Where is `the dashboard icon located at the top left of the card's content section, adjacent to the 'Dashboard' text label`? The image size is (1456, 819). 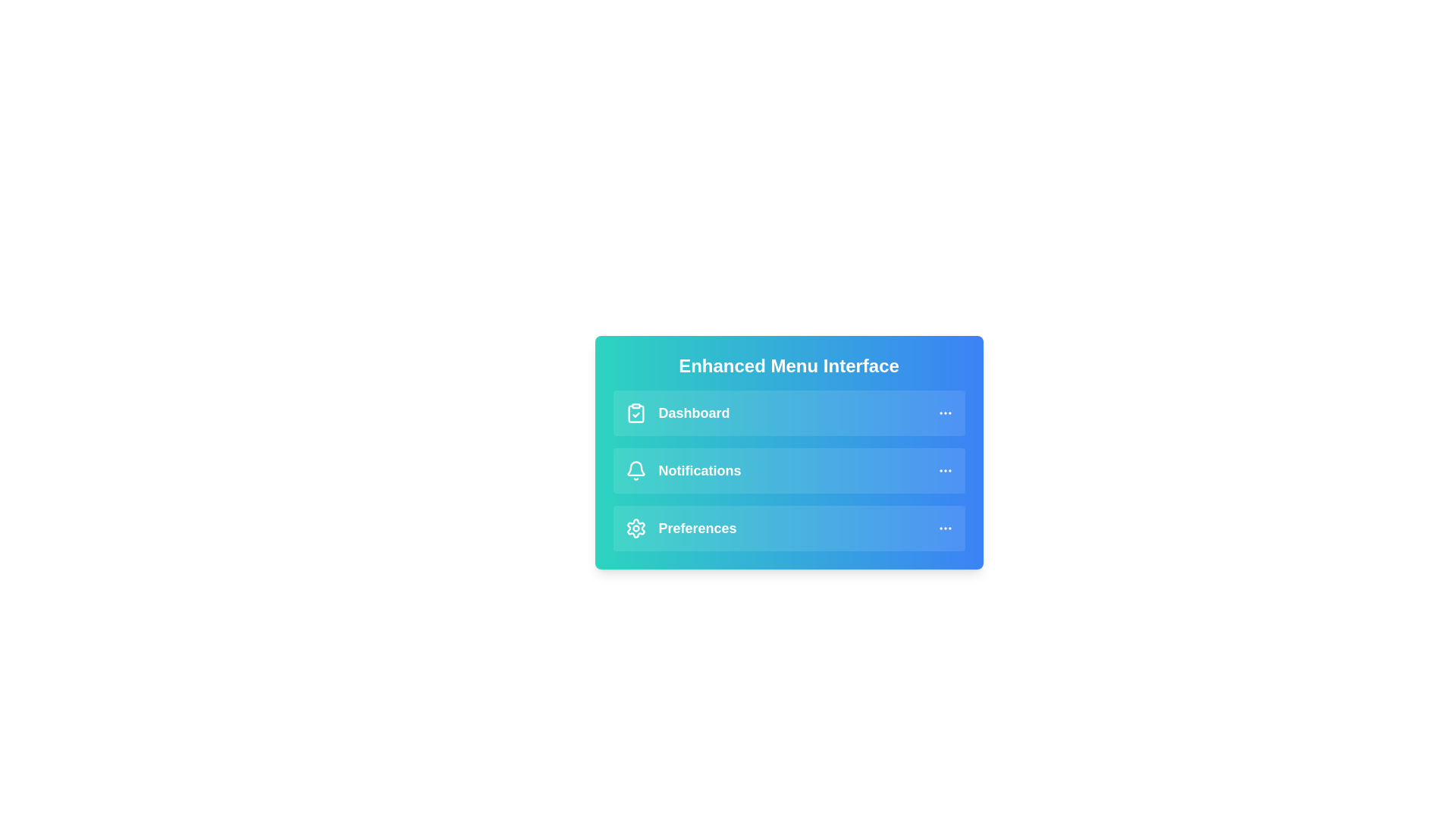 the dashboard icon located at the top left of the card's content section, adjacent to the 'Dashboard' text label is located at coordinates (635, 414).